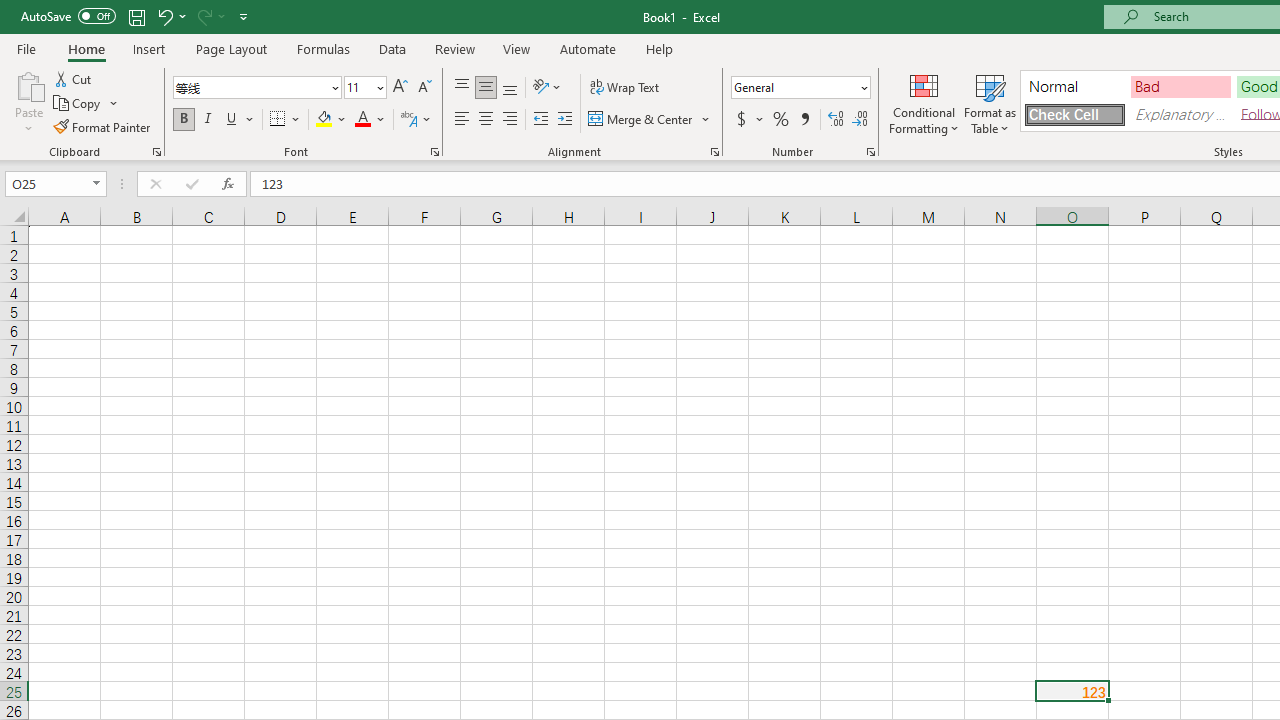 The width and height of the screenshot is (1280, 720). I want to click on 'Orientation', so click(547, 86).